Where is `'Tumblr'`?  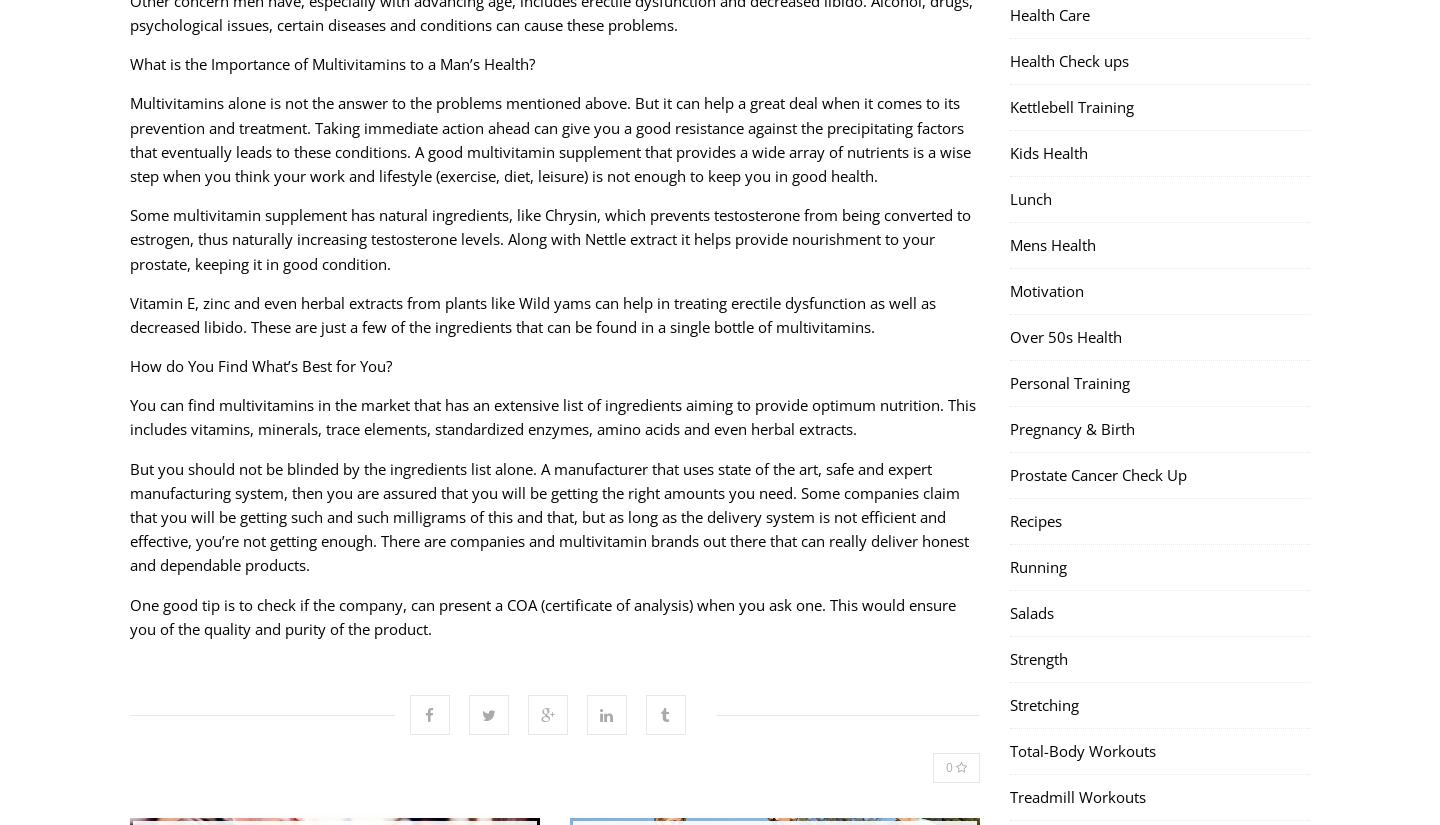
'Tumblr' is located at coordinates (665, 665).